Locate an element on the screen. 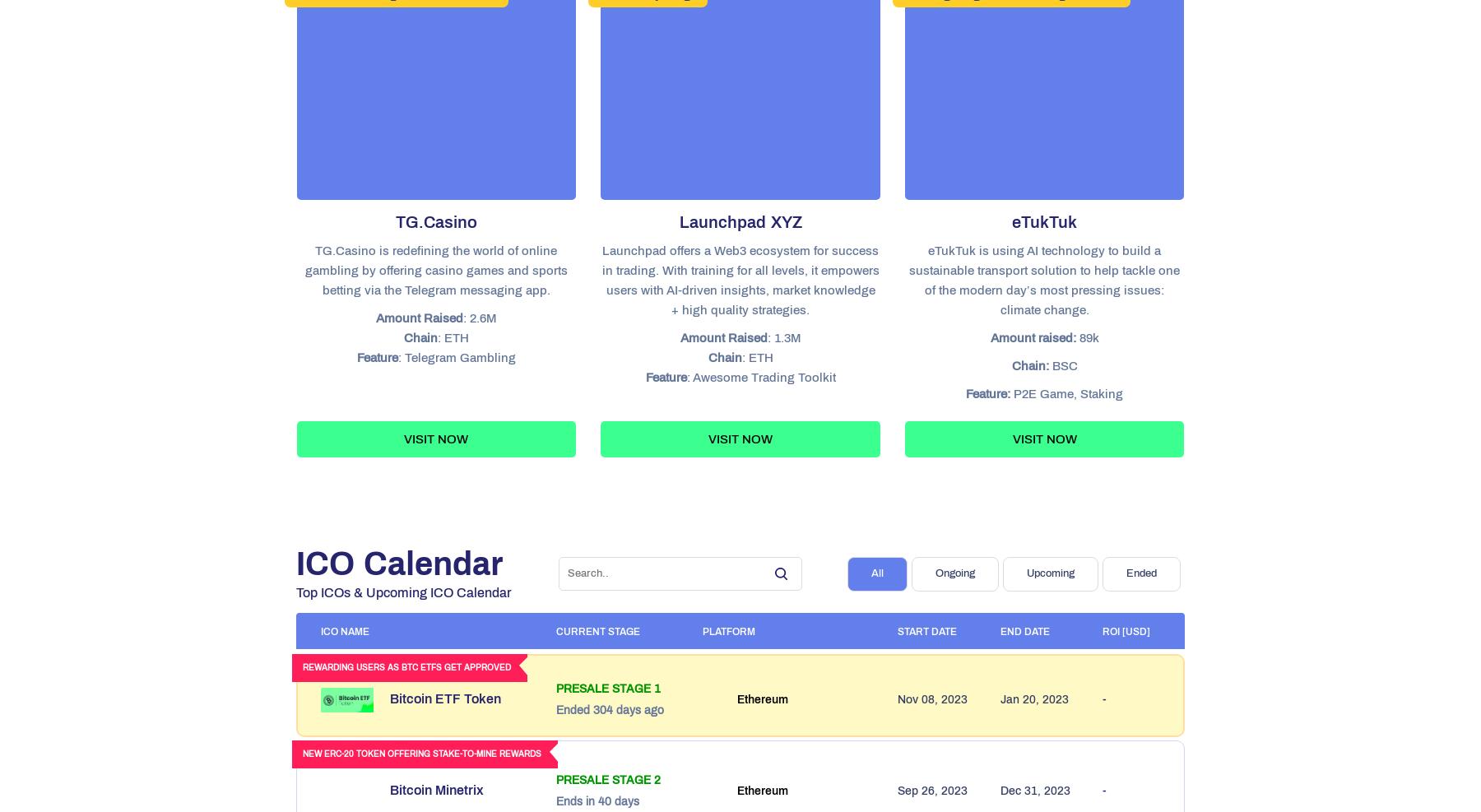  'Rewarding Users as BTC ETFs Get Approved' is located at coordinates (406, 667).